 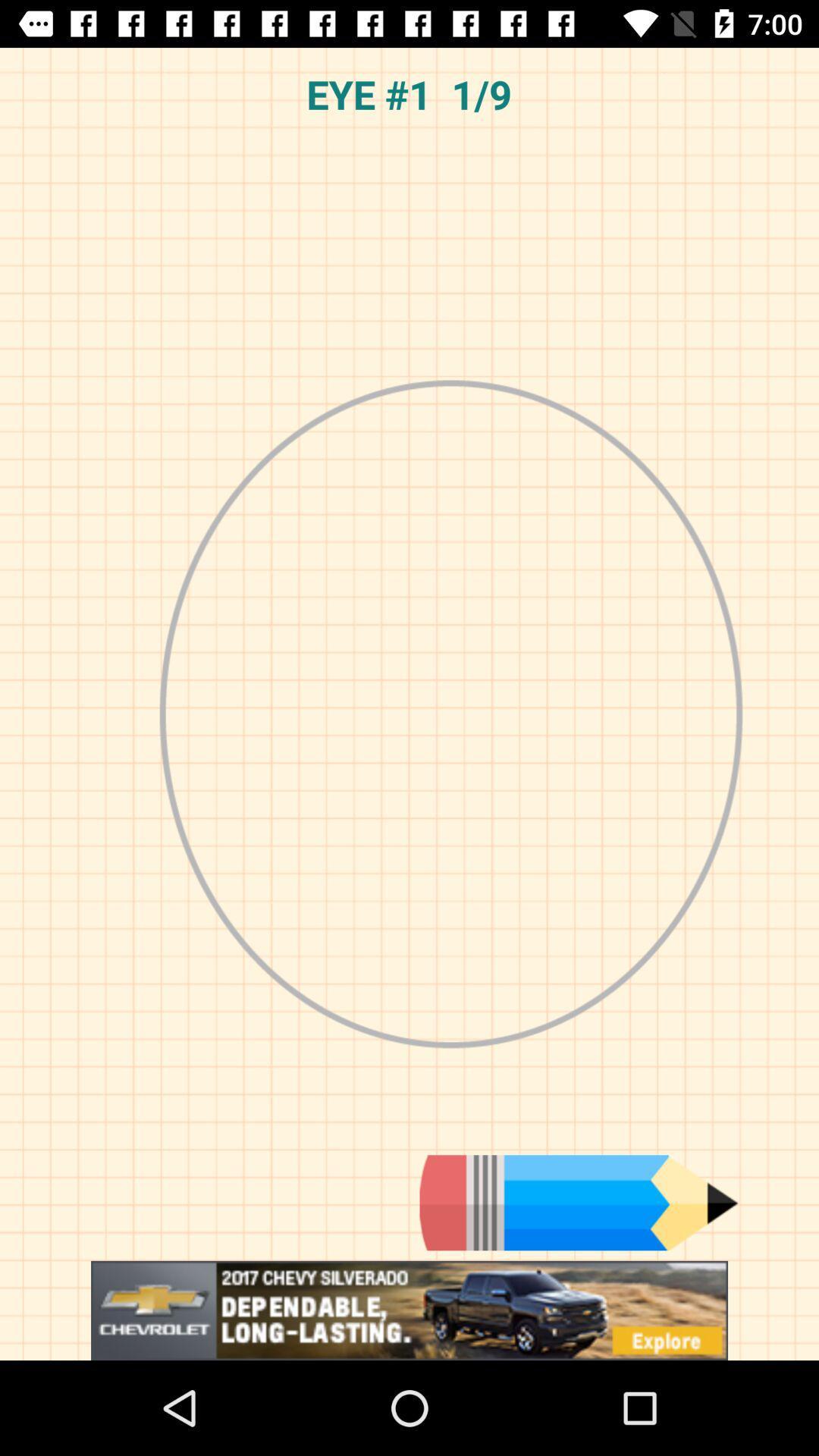 What do you see at coordinates (409, 1310) in the screenshot?
I see `click on advertisement` at bounding box center [409, 1310].